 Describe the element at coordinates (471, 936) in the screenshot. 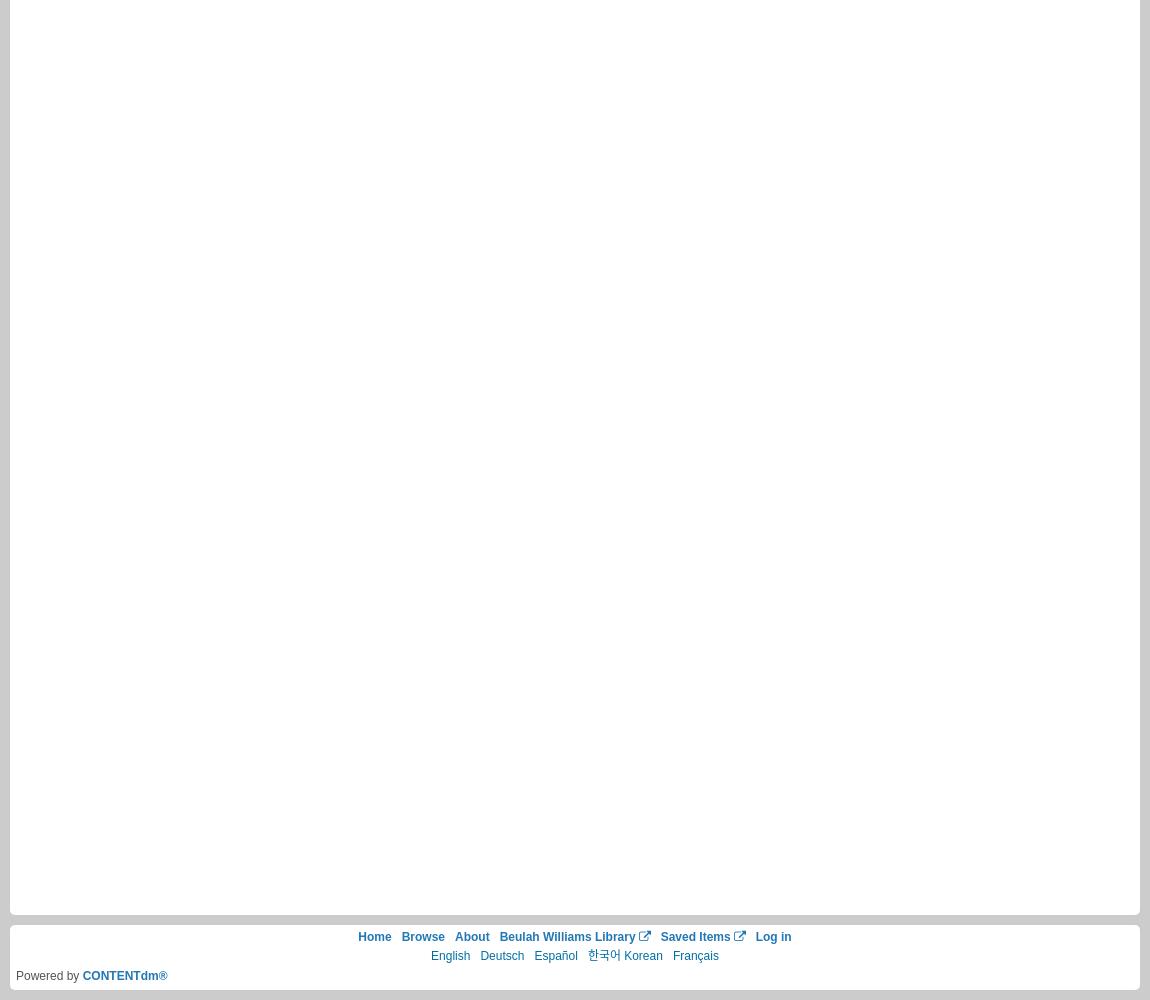

I see `'About'` at that location.